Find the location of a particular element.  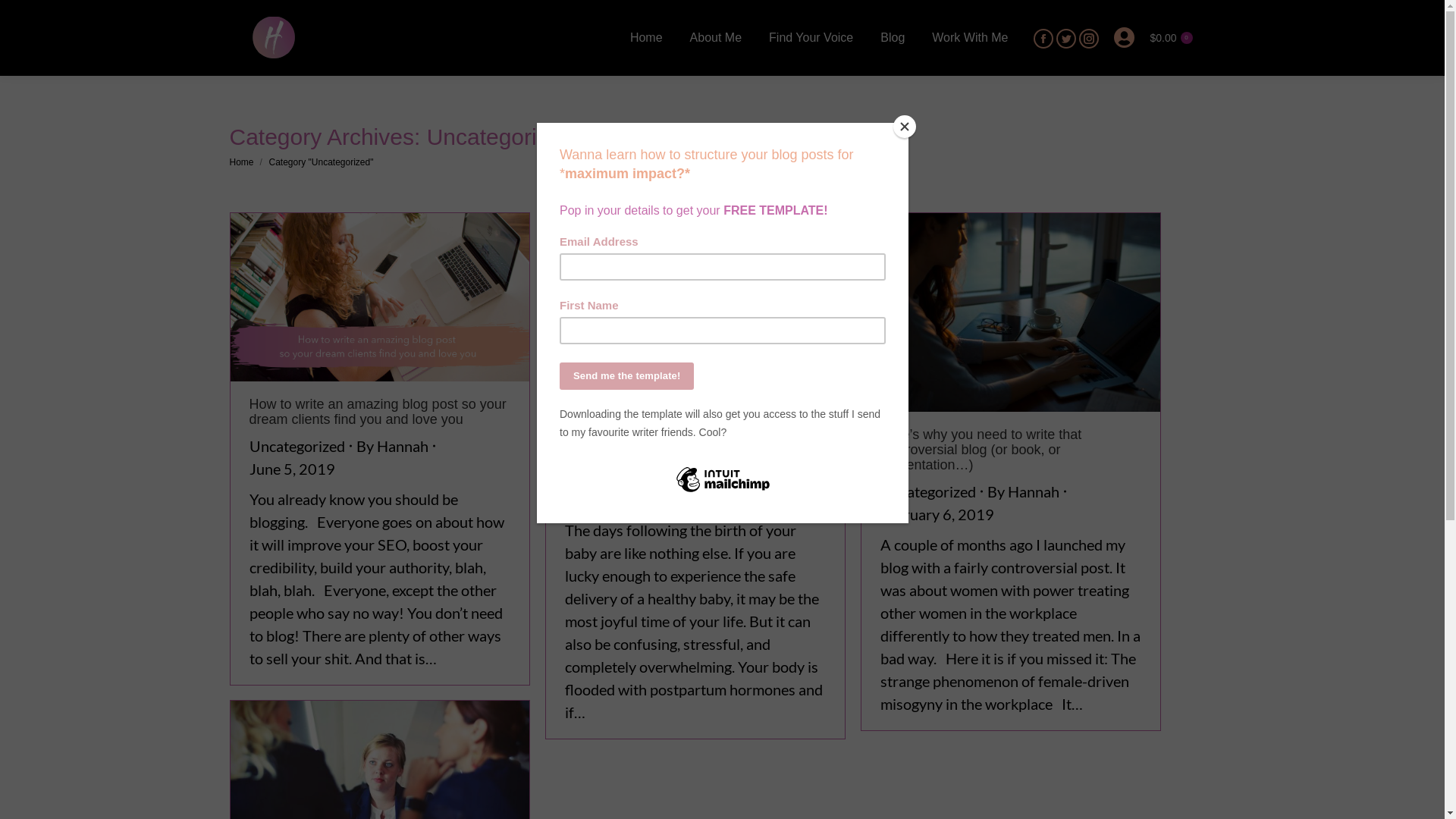

'Facebook page opens in new window' is located at coordinates (1033, 37).